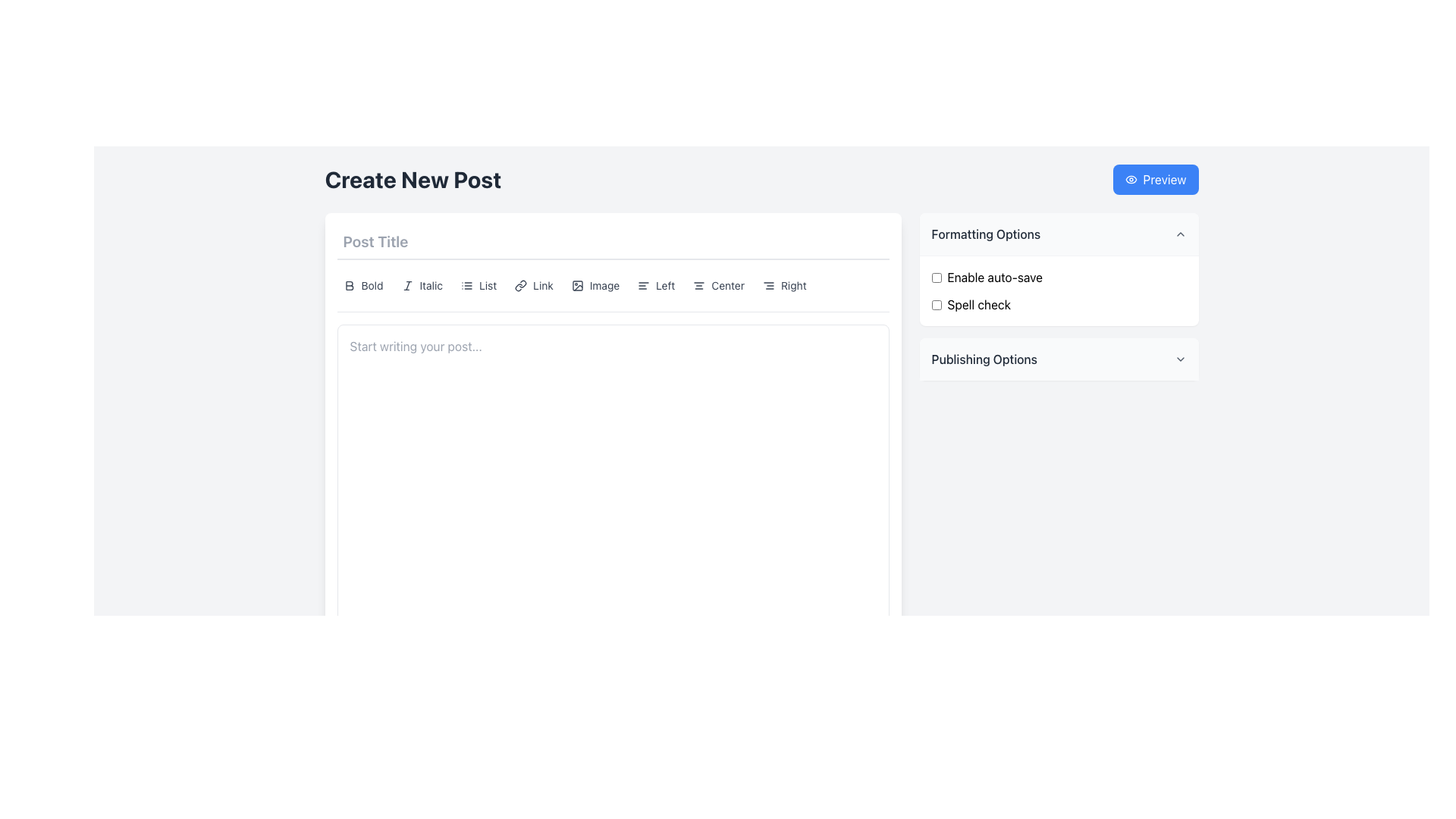 This screenshot has height=819, width=1456. Describe the element at coordinates (935, 278) in the screenshot. I see `the blue styled checkbox input for 'Enable auto-save' located in the 'Formatting Options' section` at that location.